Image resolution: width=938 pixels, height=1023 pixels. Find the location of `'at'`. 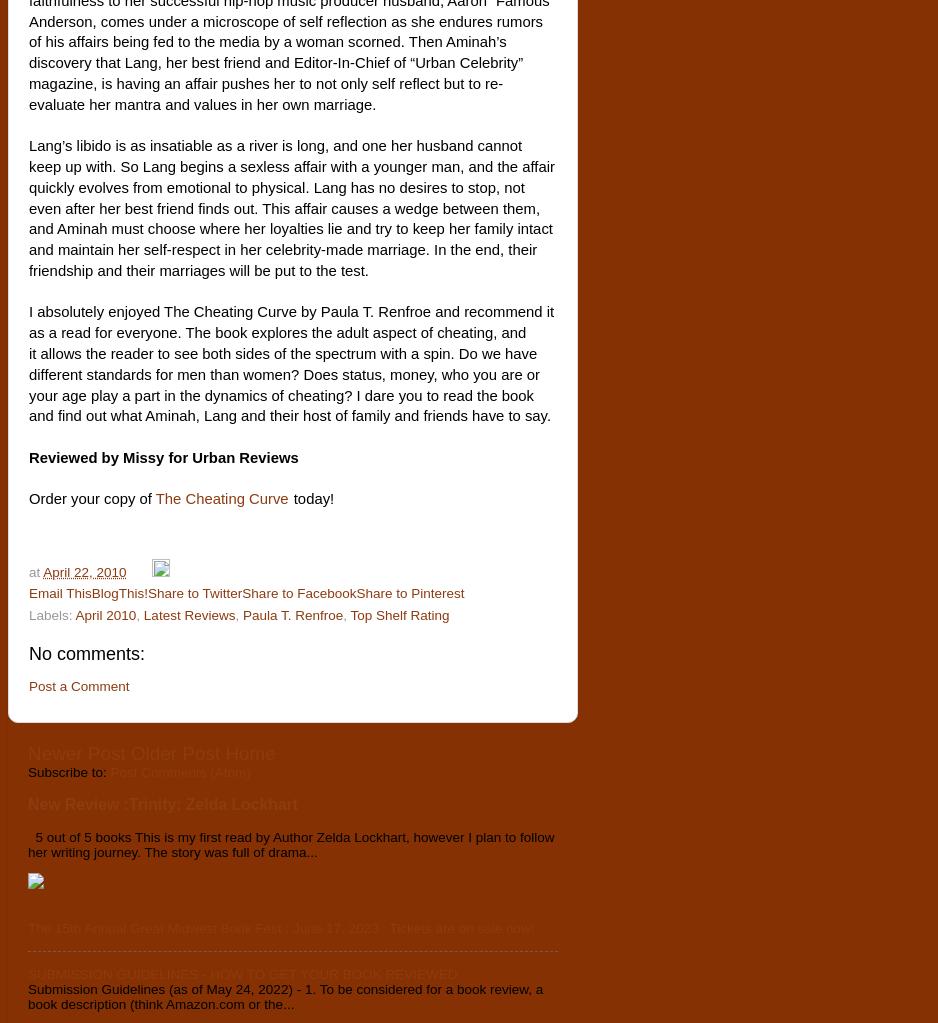

'at' is located at coordinates (35, 571).